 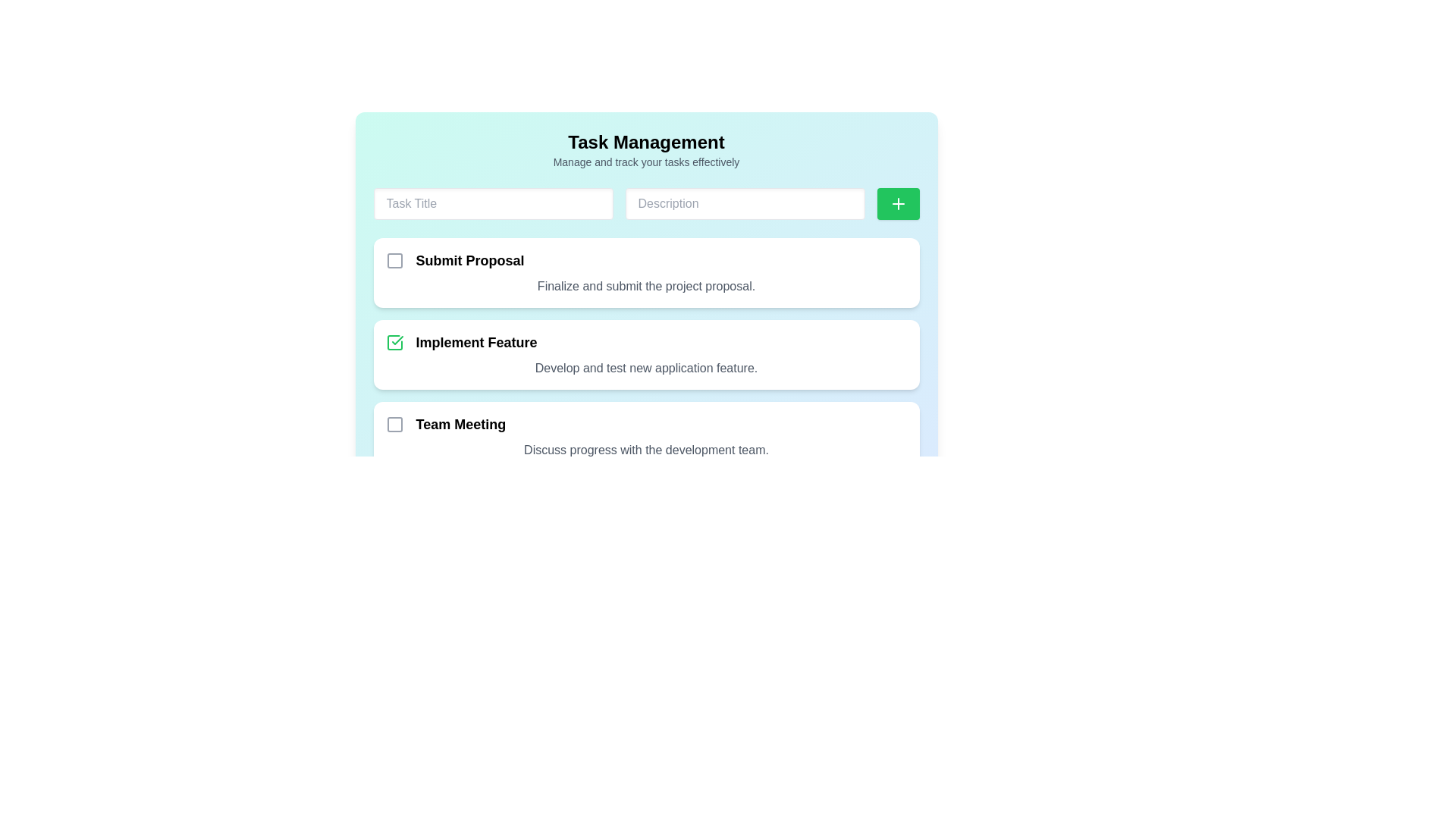 I want to click on text block containing 'Develop and test new application feature.' located below the title 'Implement Feature.', so click(x=646, y=369).